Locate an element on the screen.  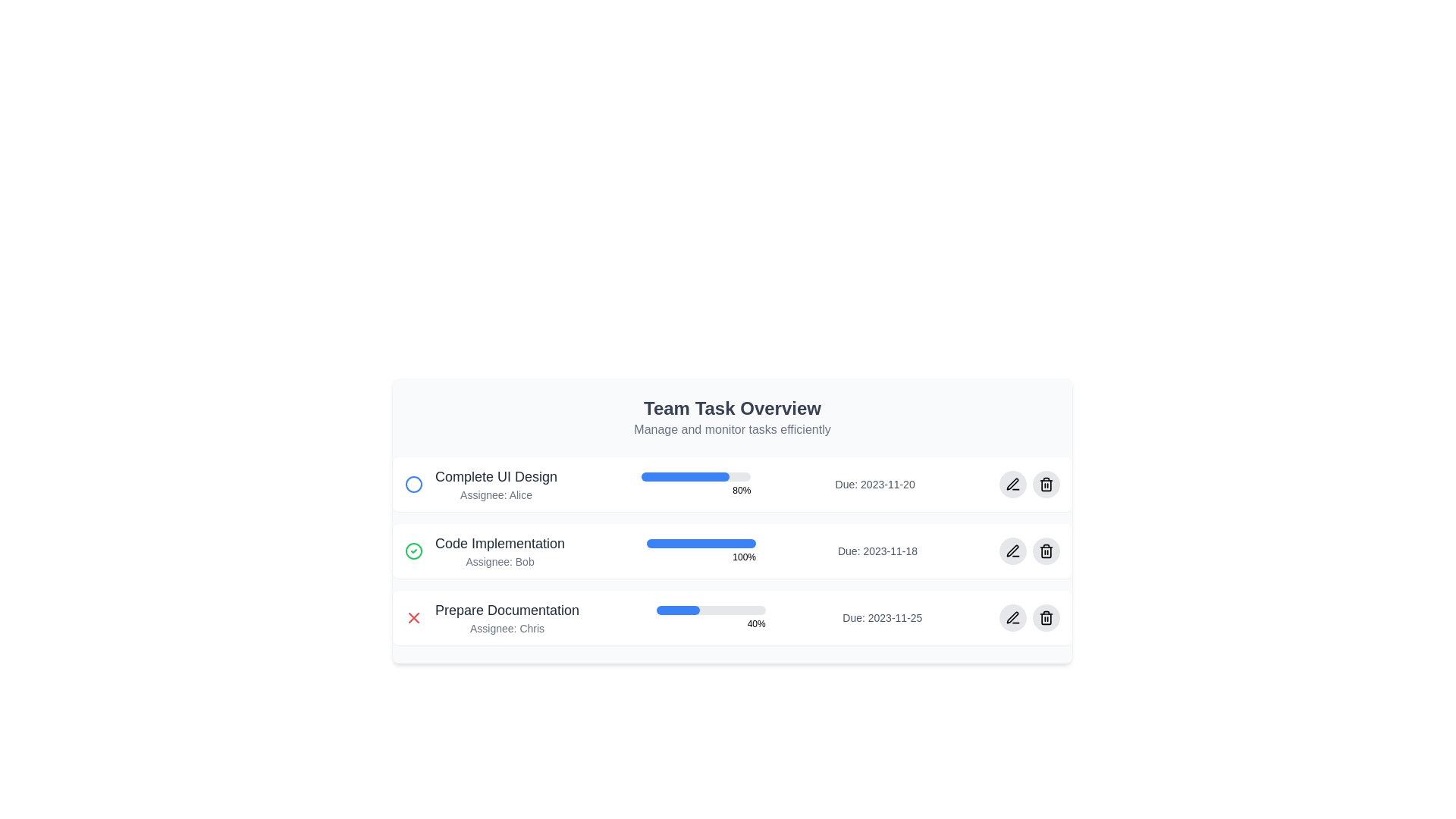
the progress bar indicating 80% completion for the task 'Complete UI Design' is located at coordinates (695, 475).